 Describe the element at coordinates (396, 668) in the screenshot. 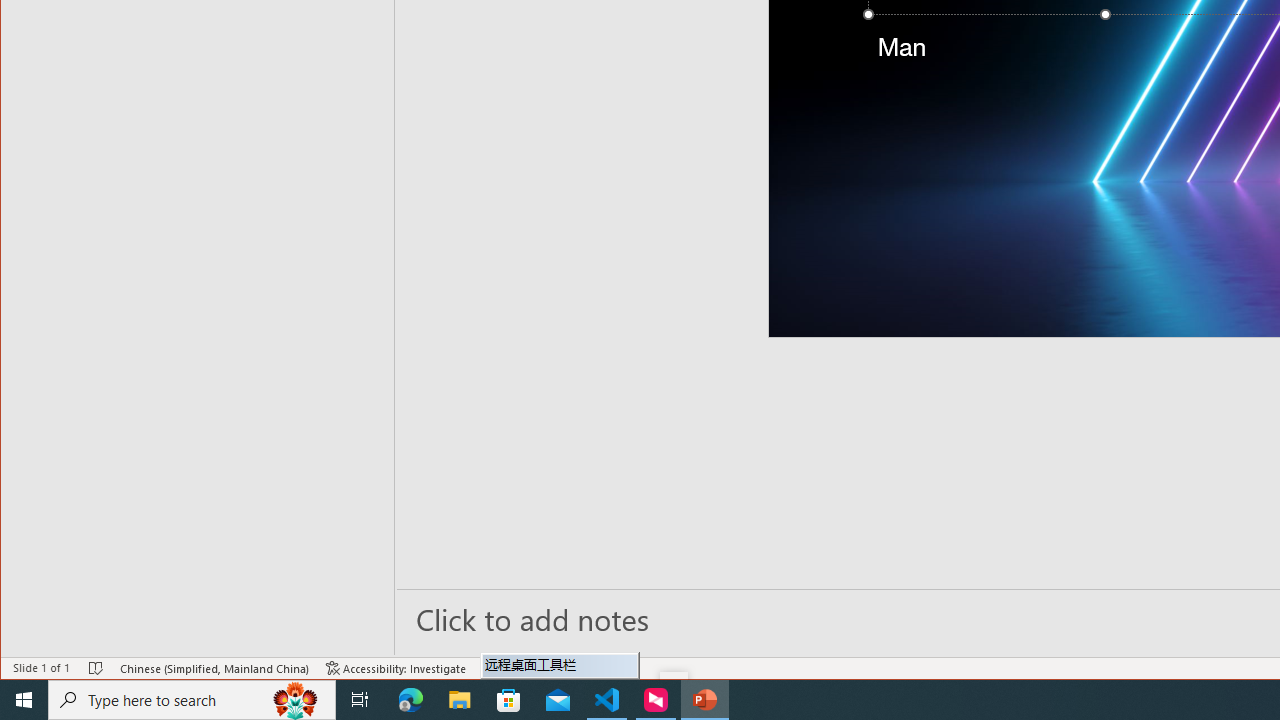

I see `'Accessibility Checker Accessibility: Investigate'` at that location.